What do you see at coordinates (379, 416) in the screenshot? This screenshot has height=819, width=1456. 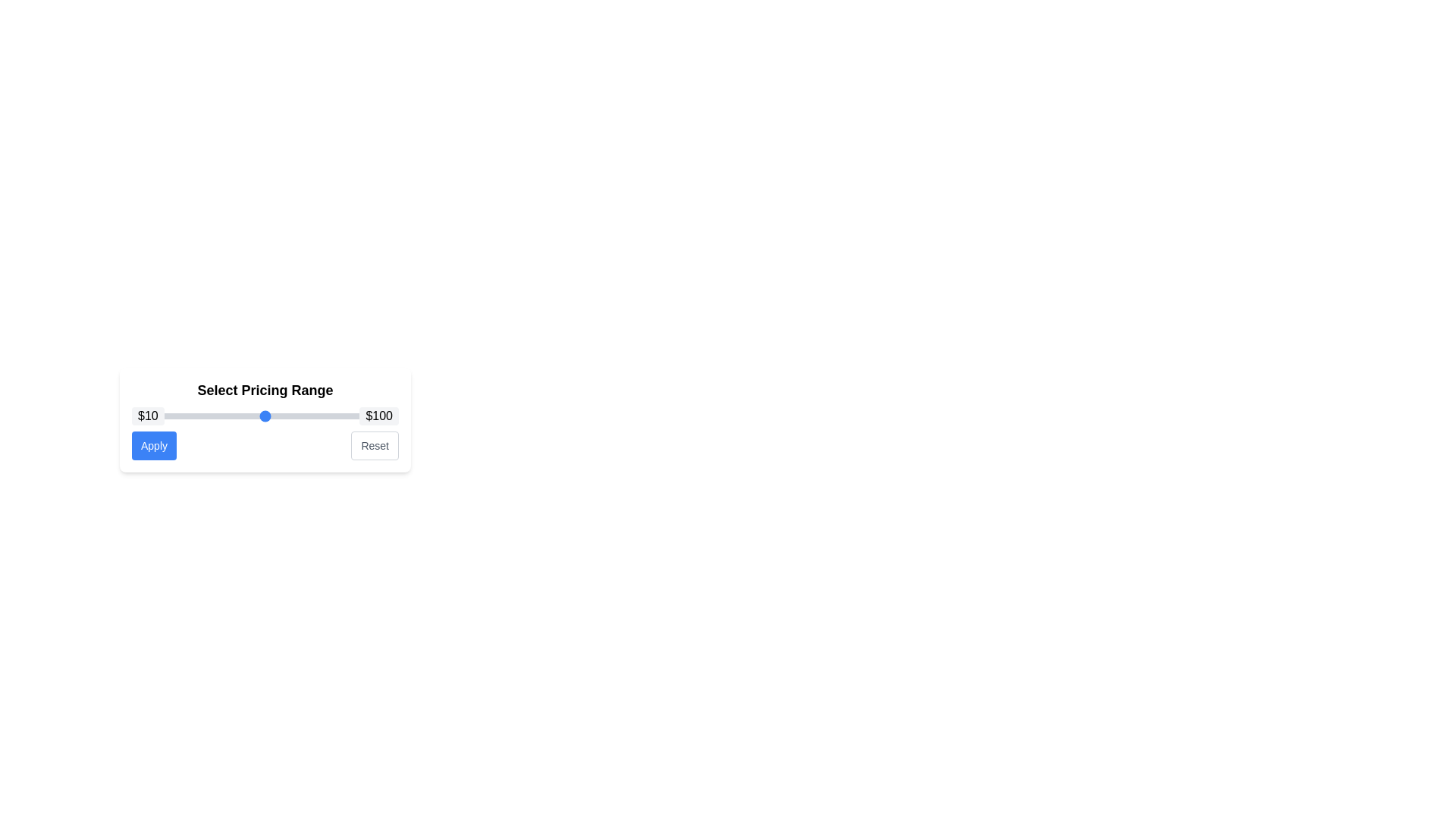 I see `the text label indicating the maximum value in the price selection range, positioned on the far right side next to the $10 badge and above the horizontal slider bar` at bounding box center [379, 416].